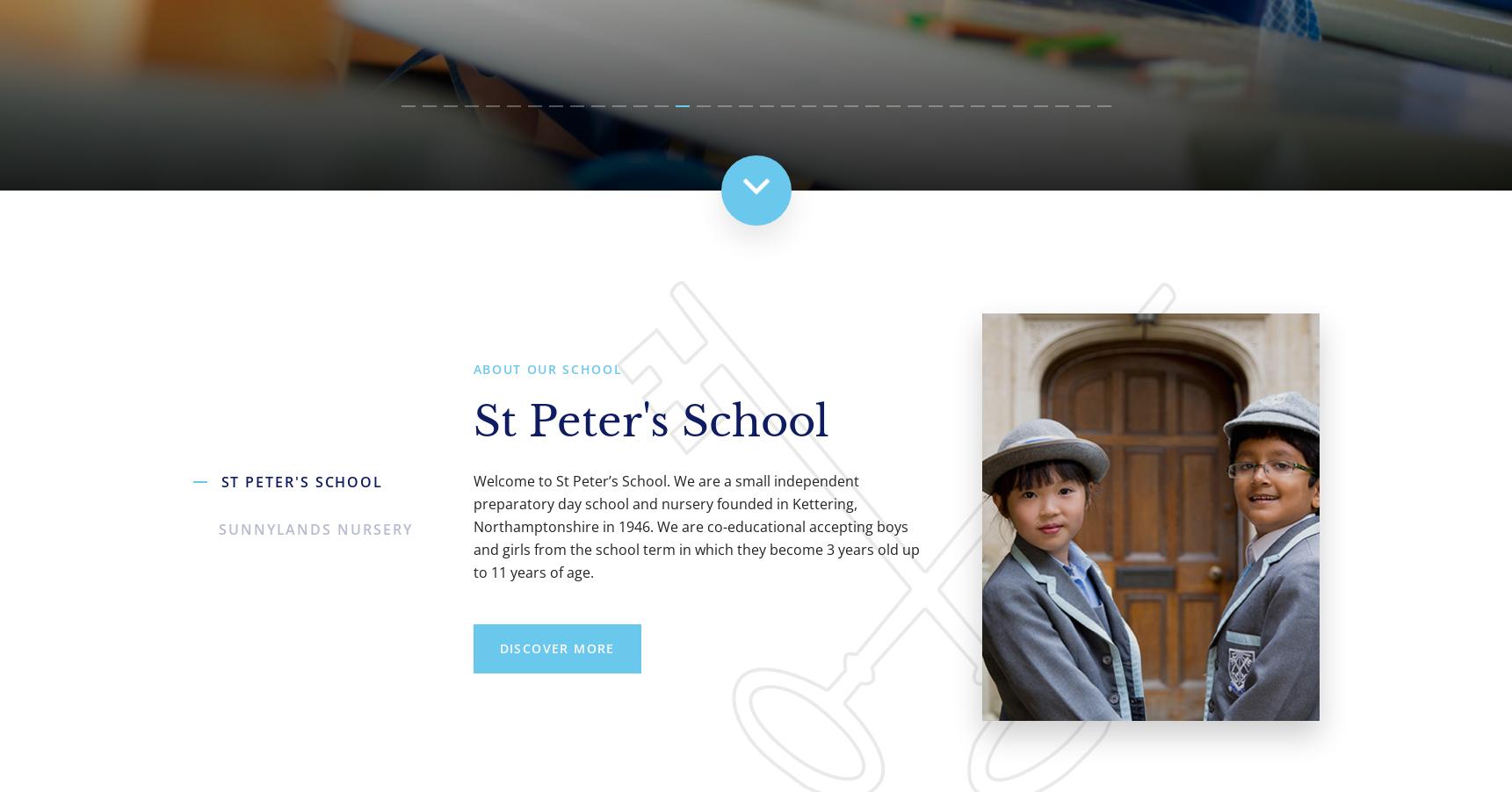  Describe the element at coordinates (754, 25) in the screenshot. I see `'St Peter's School, an independent day school in Kettering'` at that location.